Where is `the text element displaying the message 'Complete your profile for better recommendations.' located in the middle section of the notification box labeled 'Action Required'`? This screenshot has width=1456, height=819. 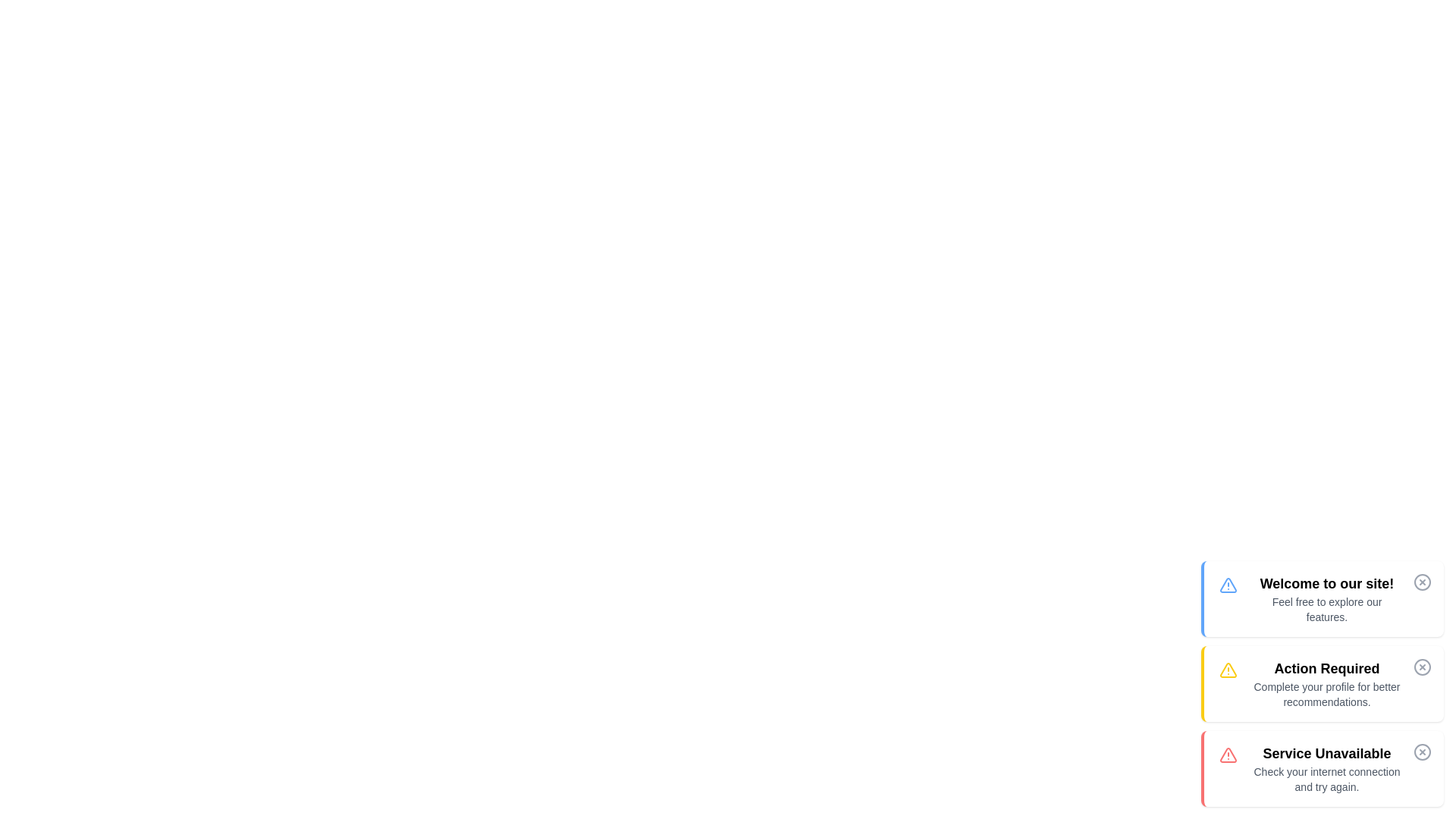 the text element displaying the message 'Complete your profile for better recommendations.' located in the middle section of the notification box labeled 'Action Required' is located at coordinates (1326, 694).